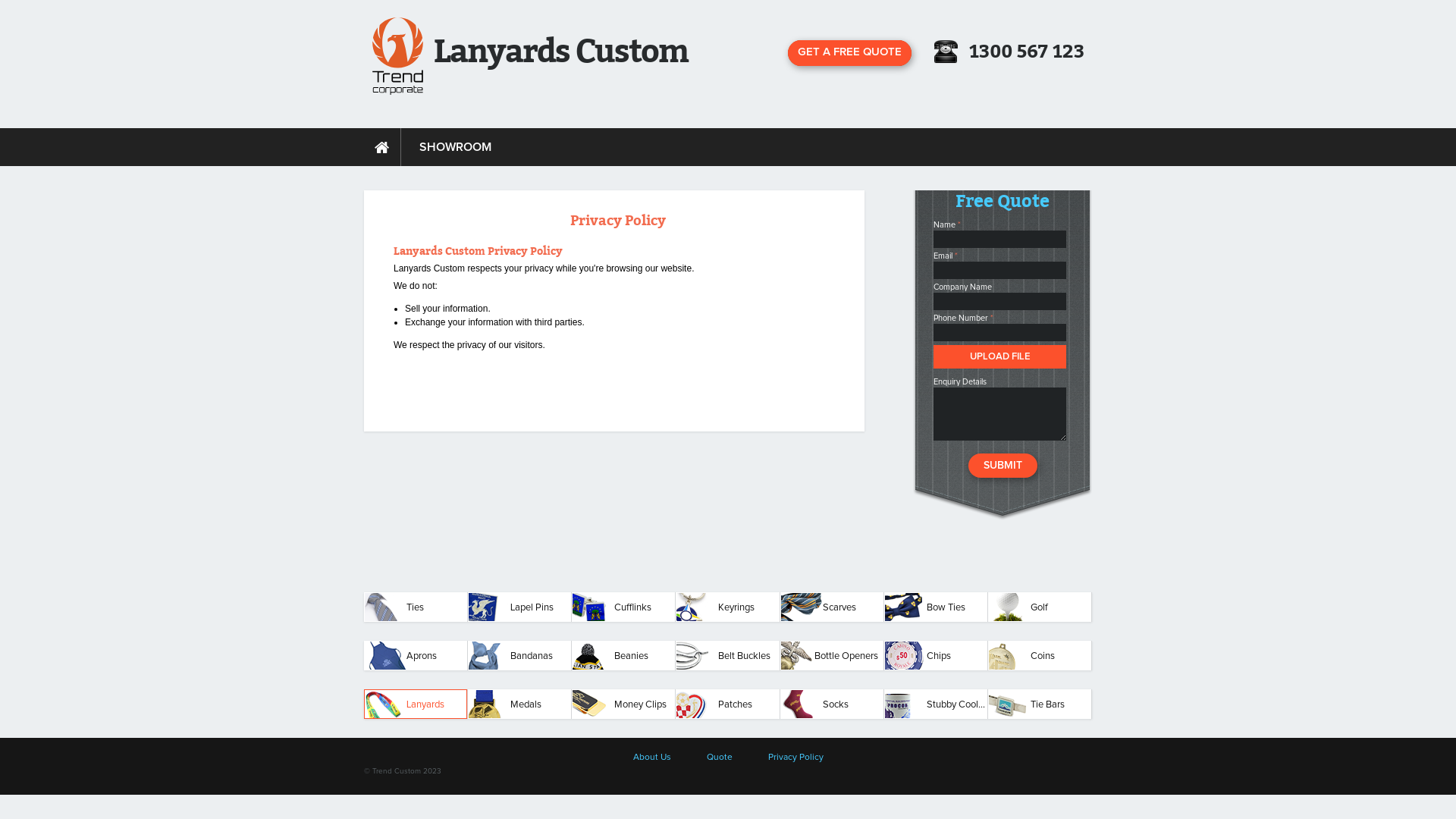 The image size is (1456, 819). I want to click on 'Cufflinks', so click(623, 606).